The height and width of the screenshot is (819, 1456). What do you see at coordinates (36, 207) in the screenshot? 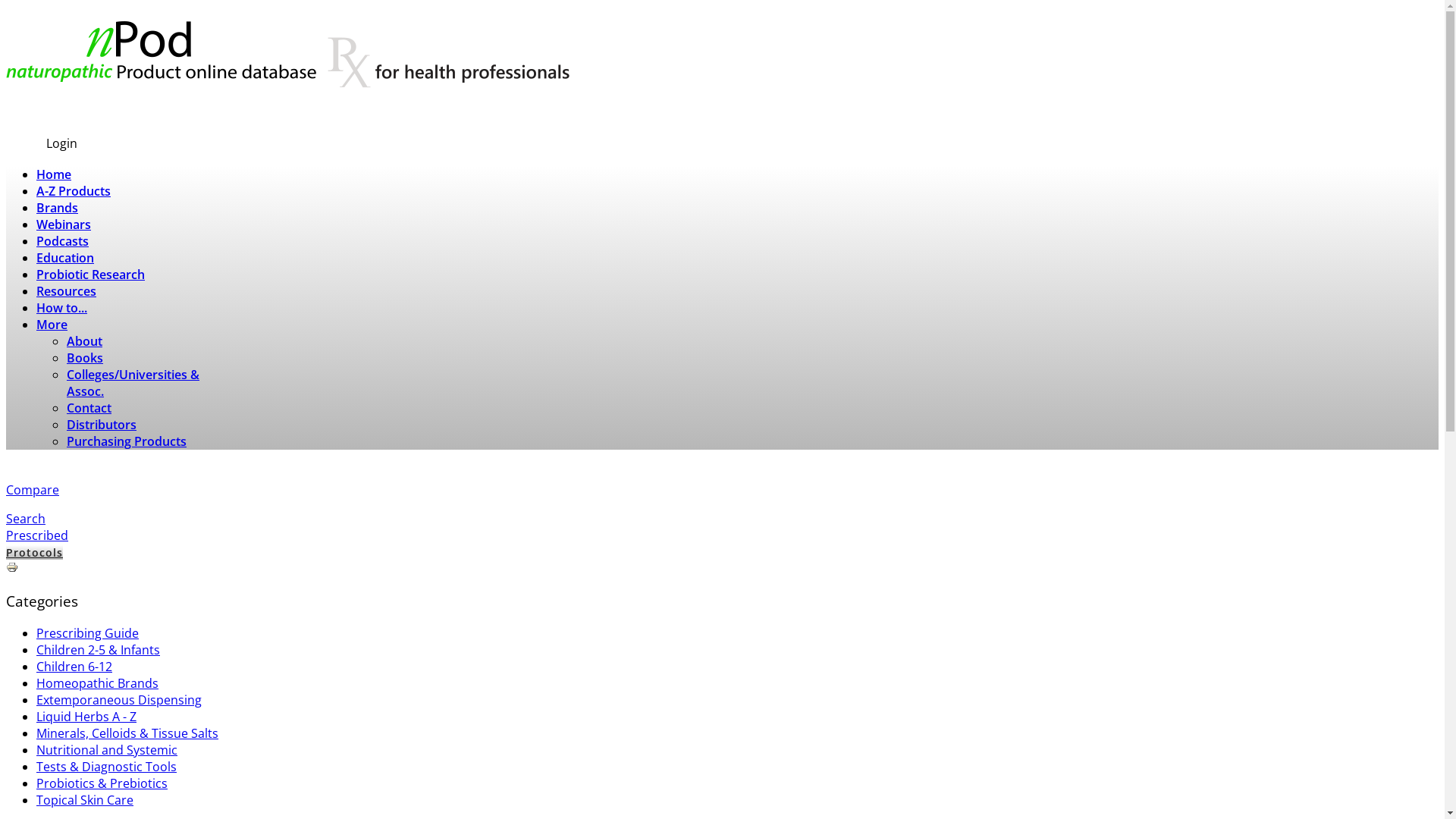
I see `'Brands'` at bounding box center [36, 207].